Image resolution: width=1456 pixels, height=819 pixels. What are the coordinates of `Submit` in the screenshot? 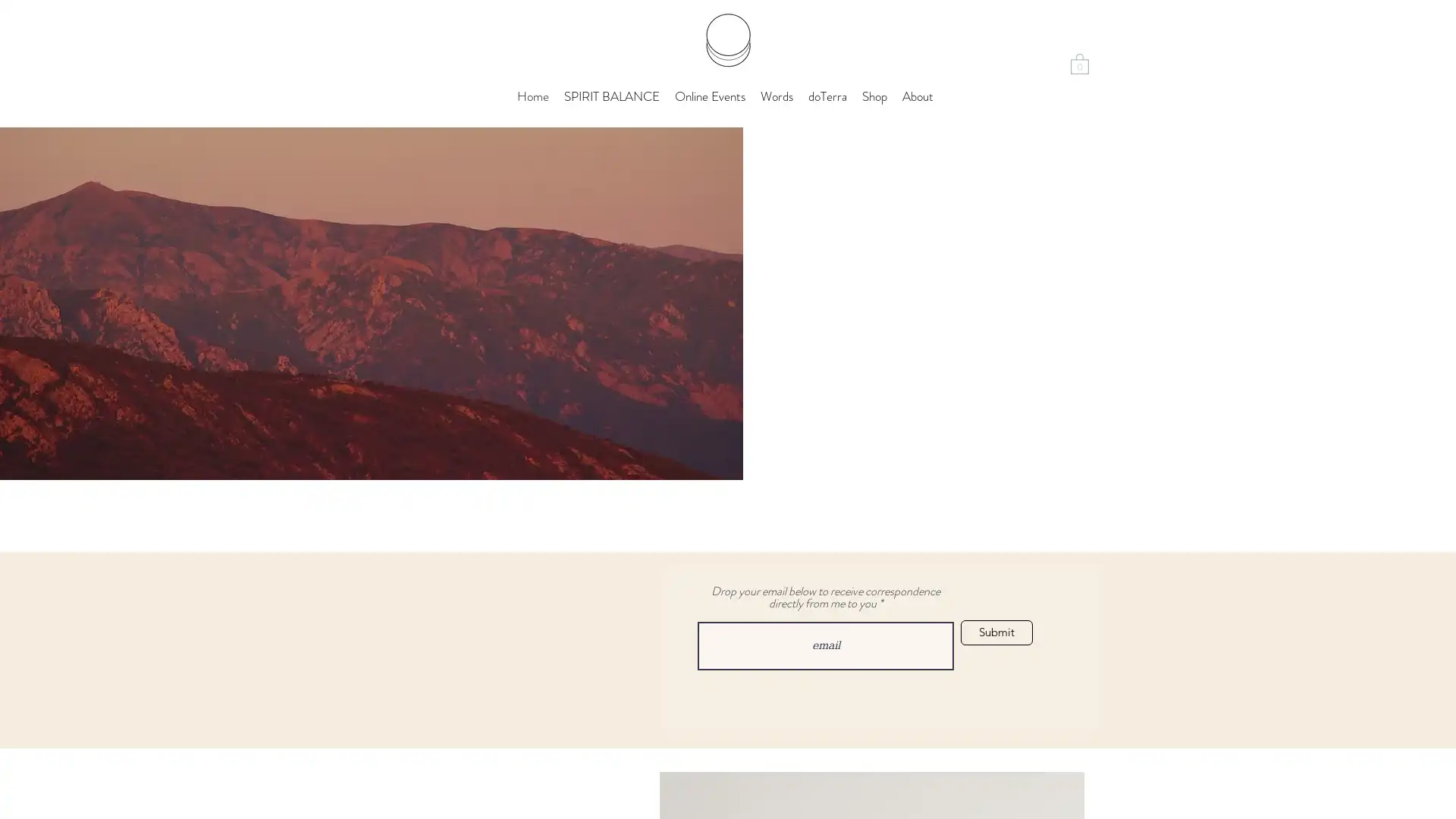 It's located at (996, 632).